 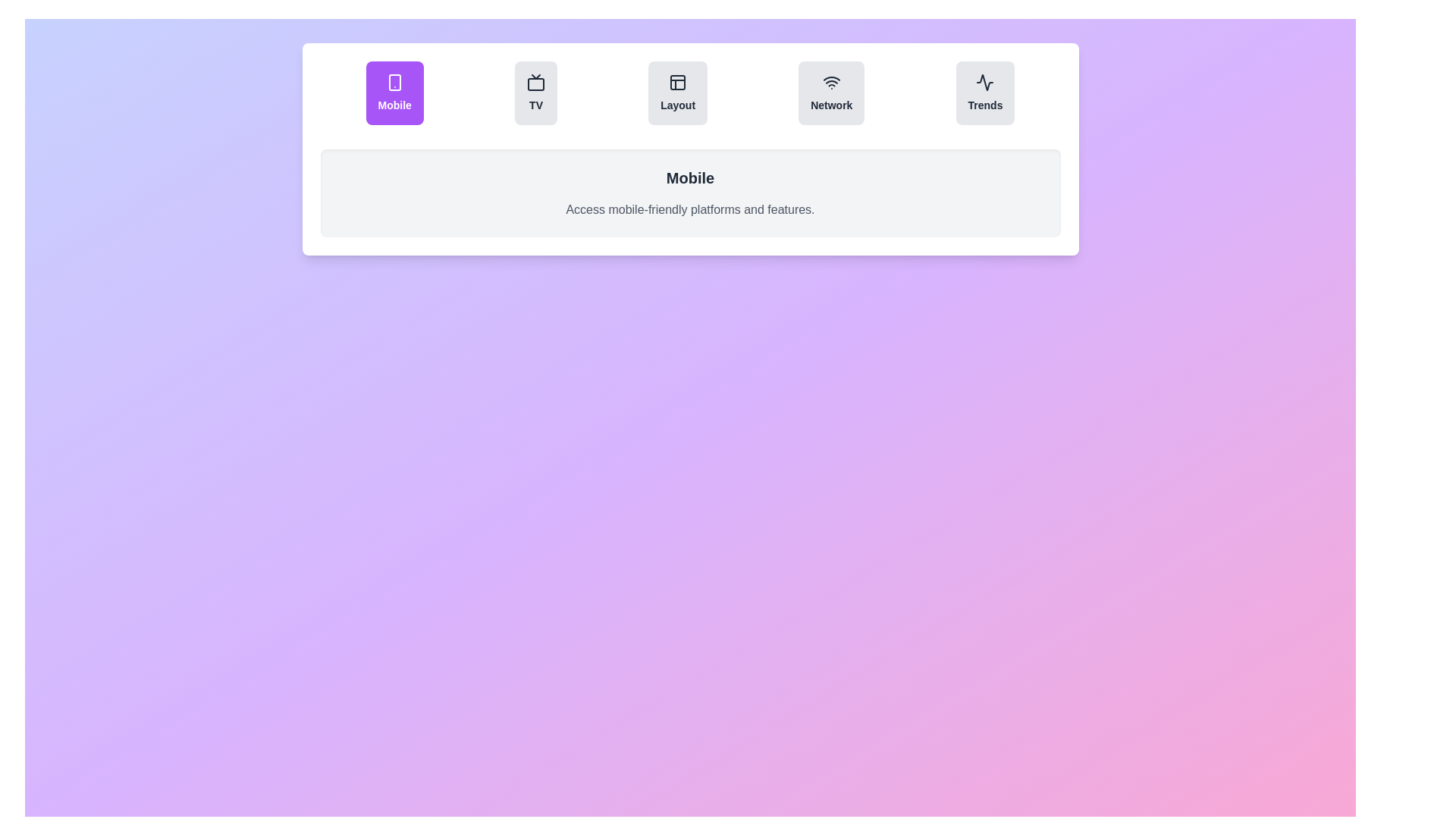 What do you see at coordinates (535, 93) in the screenshot?
I see `the rounded rectangular button with a light gray background that features a black outline of a TV shape and the text 'TV' in black, positioned between the 'Mobile' and 'Layout' buttons to possibly highlight it or display a tooltip` at bounding box center [535, 93].